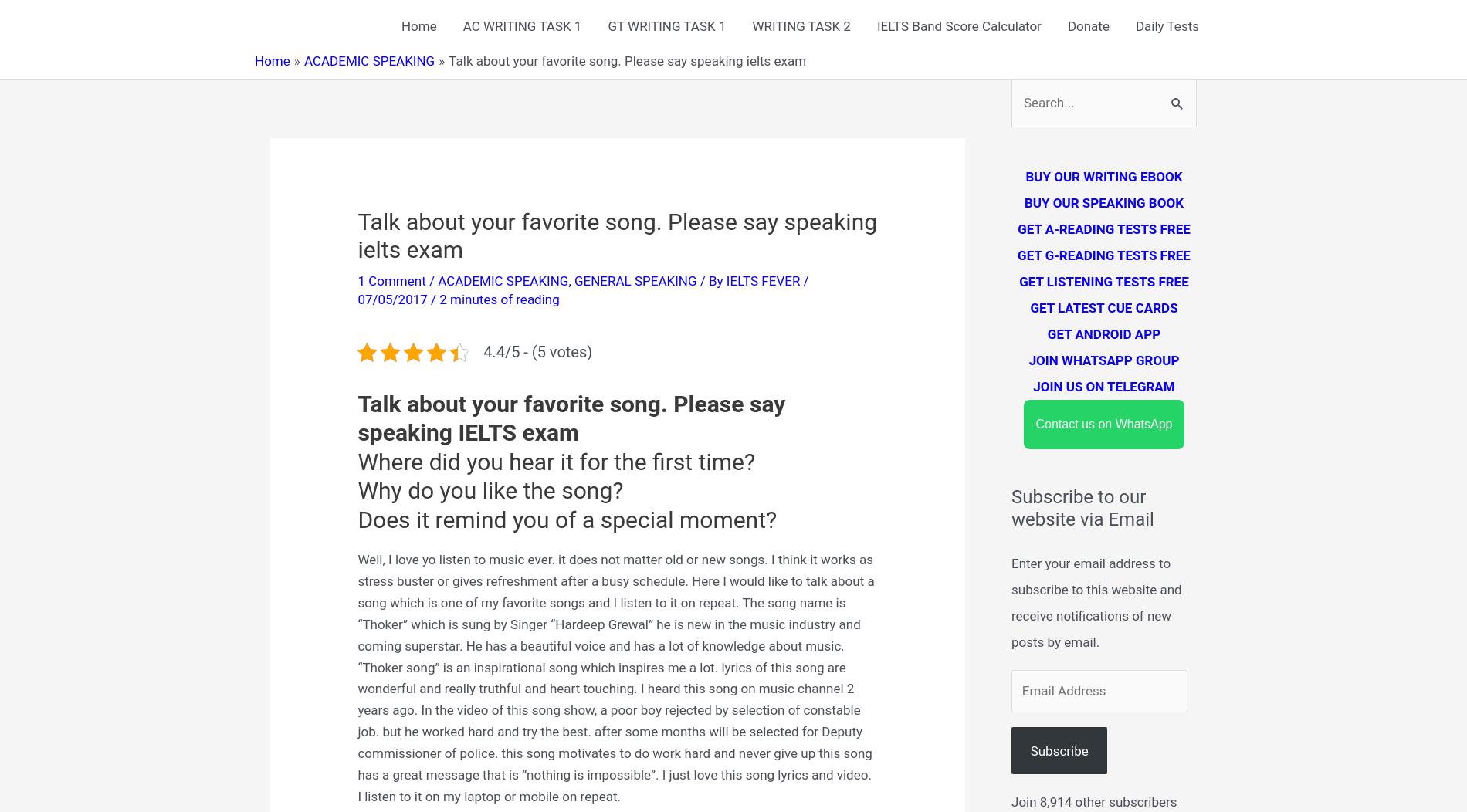  Describe the element at coordinates (606, 25) in the screenshot. I see `'GT WRITING TASK 1'` at that location.